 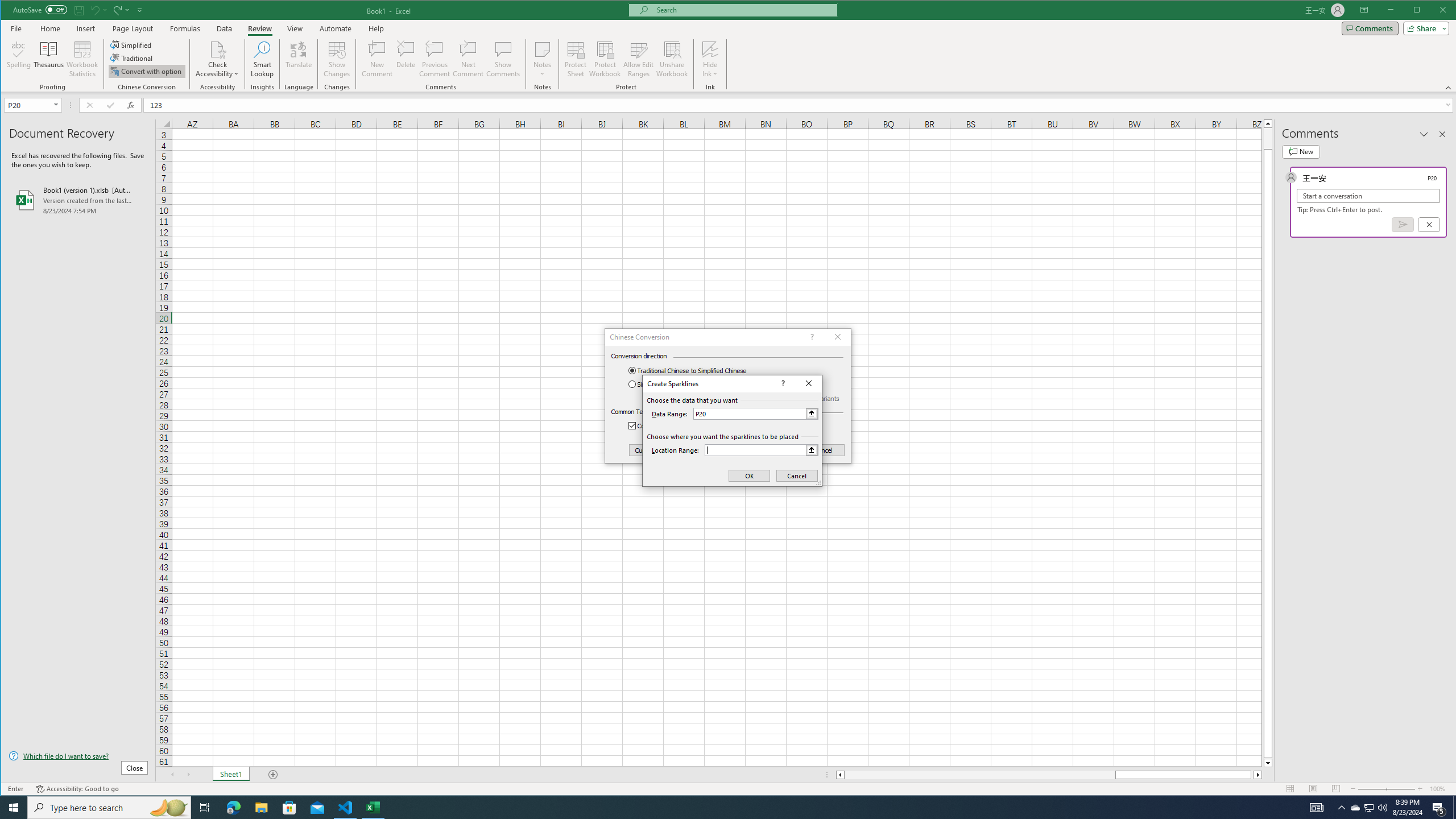 I want to click on 'Spelling...', so click(x=18, y=59).